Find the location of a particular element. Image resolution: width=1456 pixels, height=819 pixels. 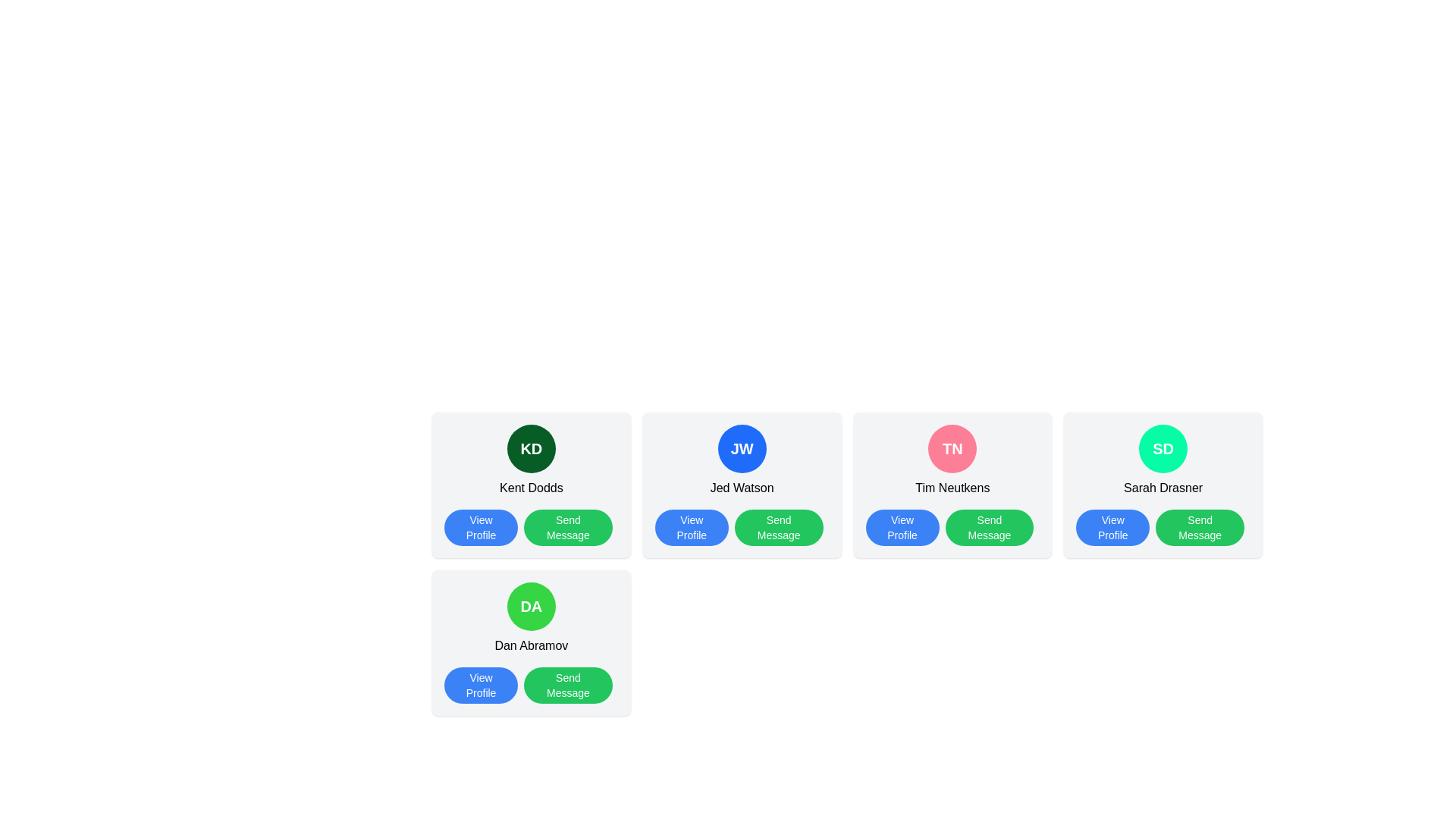

the circular Avatar icon with a green background and white 'DA' text, which is located at the center of the top region of the content box associated with 'Dan Abramov' is located at coordinates (531, 605).